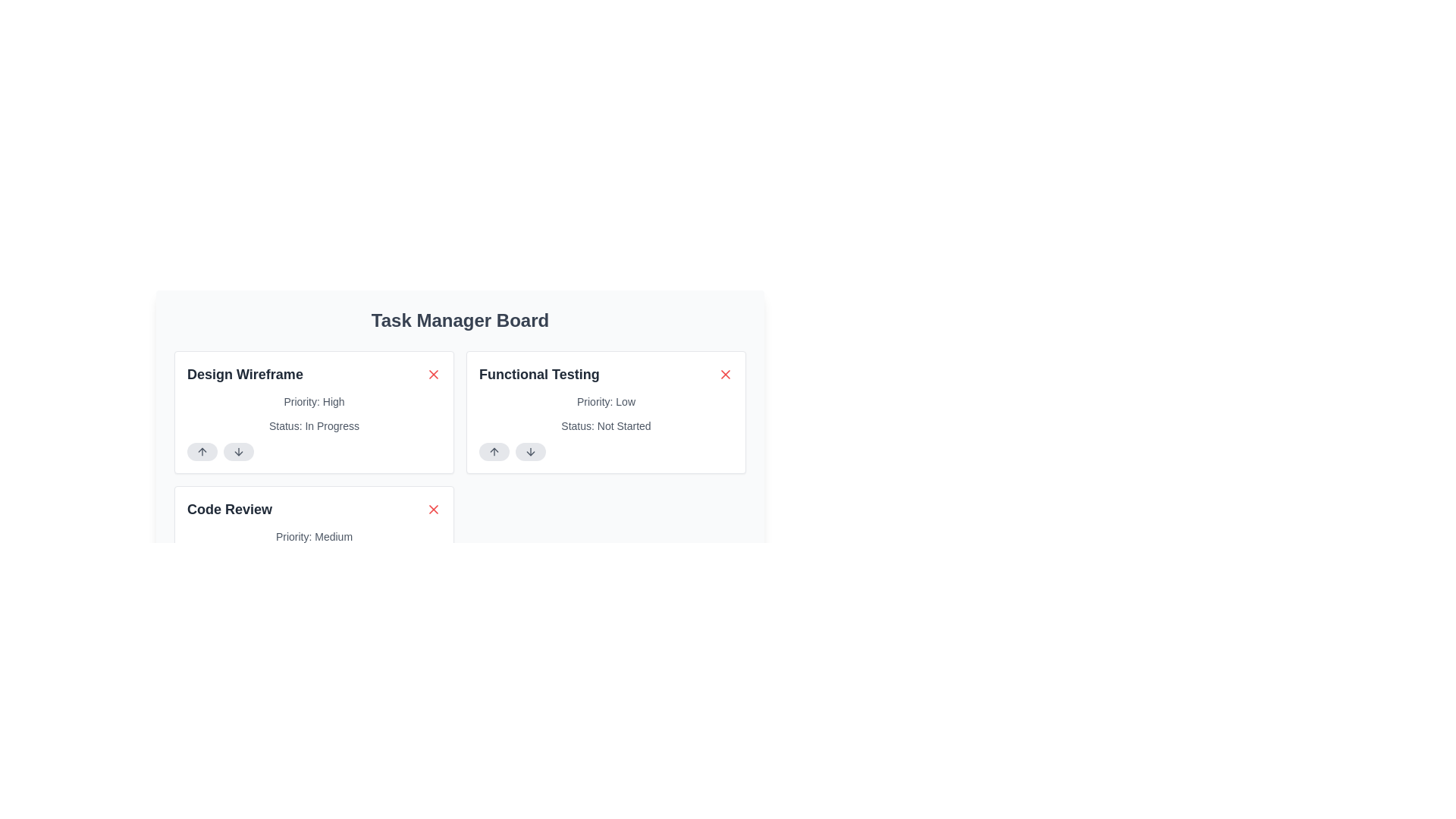  Describe the element at coordinates (313, 451) in the screenshot. I see `the downward arrow button in the control interface for adjusting task priorities located in the 'Design Wireframe' section of the Task Manager Board` at that location.